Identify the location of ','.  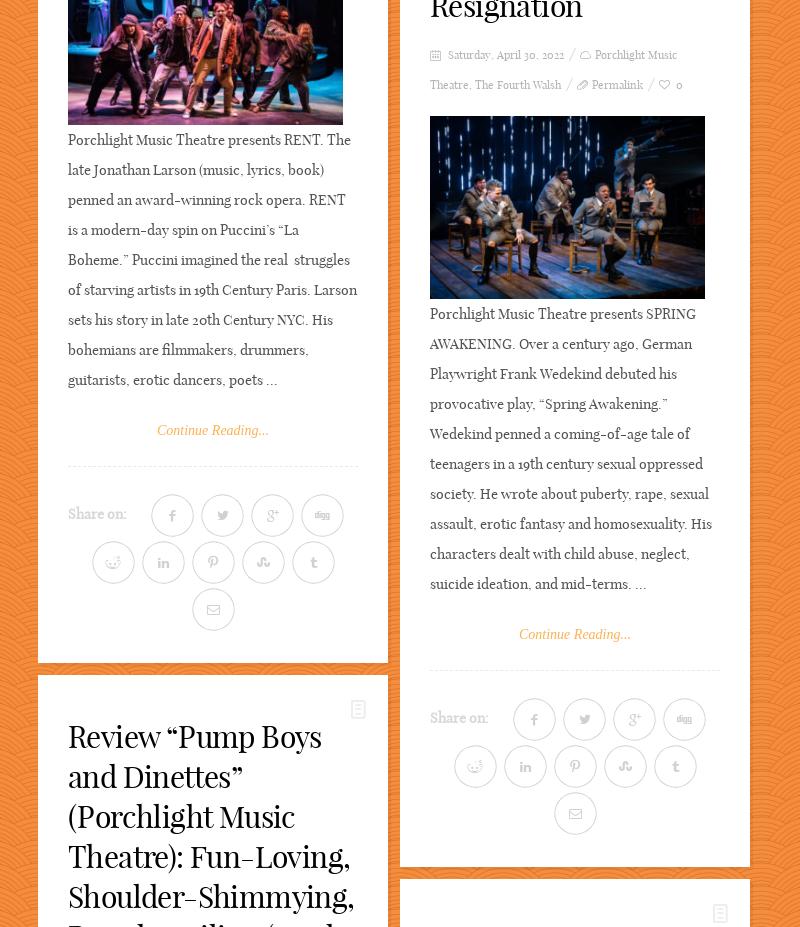
(472, 84).